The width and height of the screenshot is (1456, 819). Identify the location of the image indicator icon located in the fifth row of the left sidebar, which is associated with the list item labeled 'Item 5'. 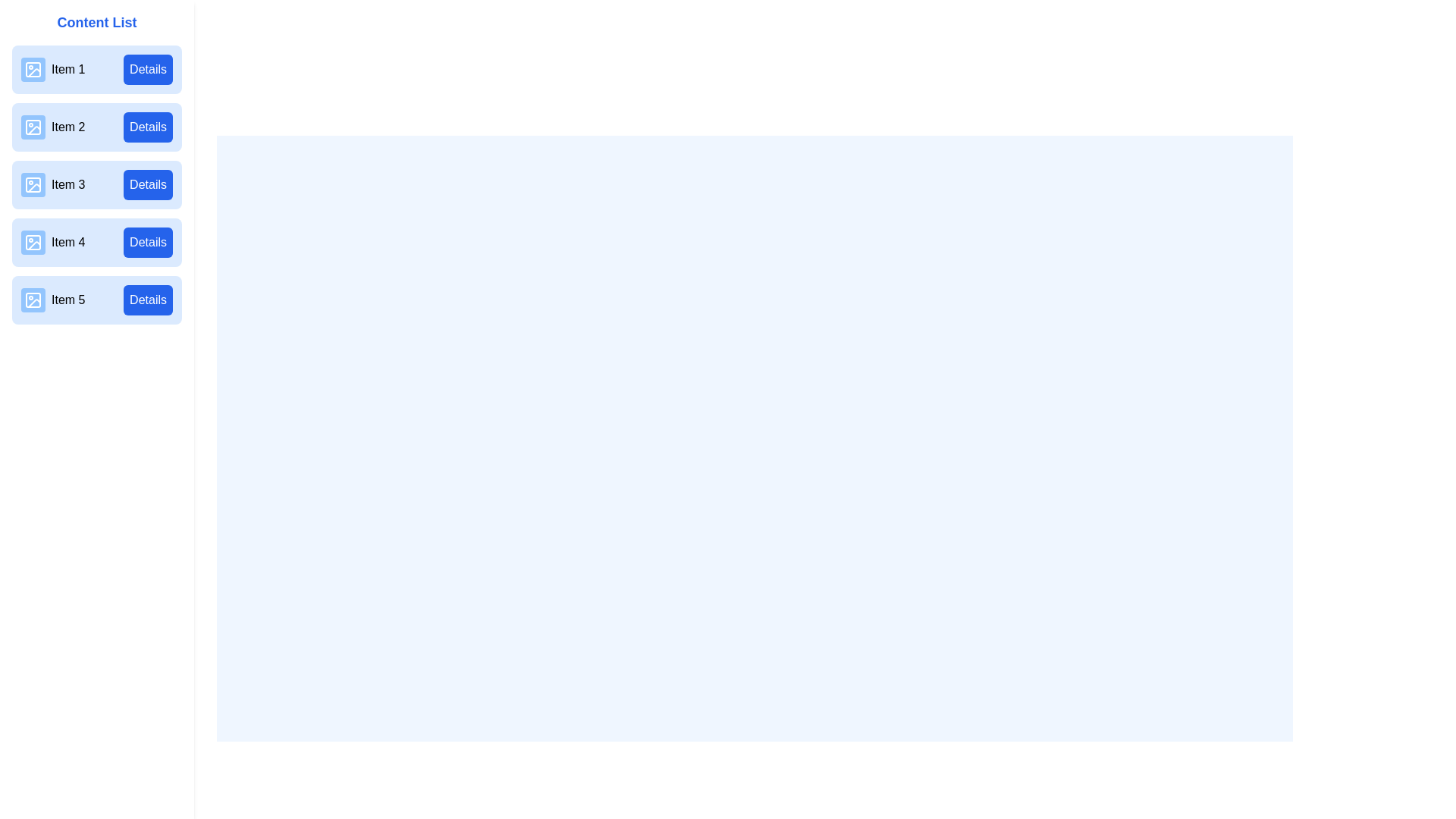
(33, 300).